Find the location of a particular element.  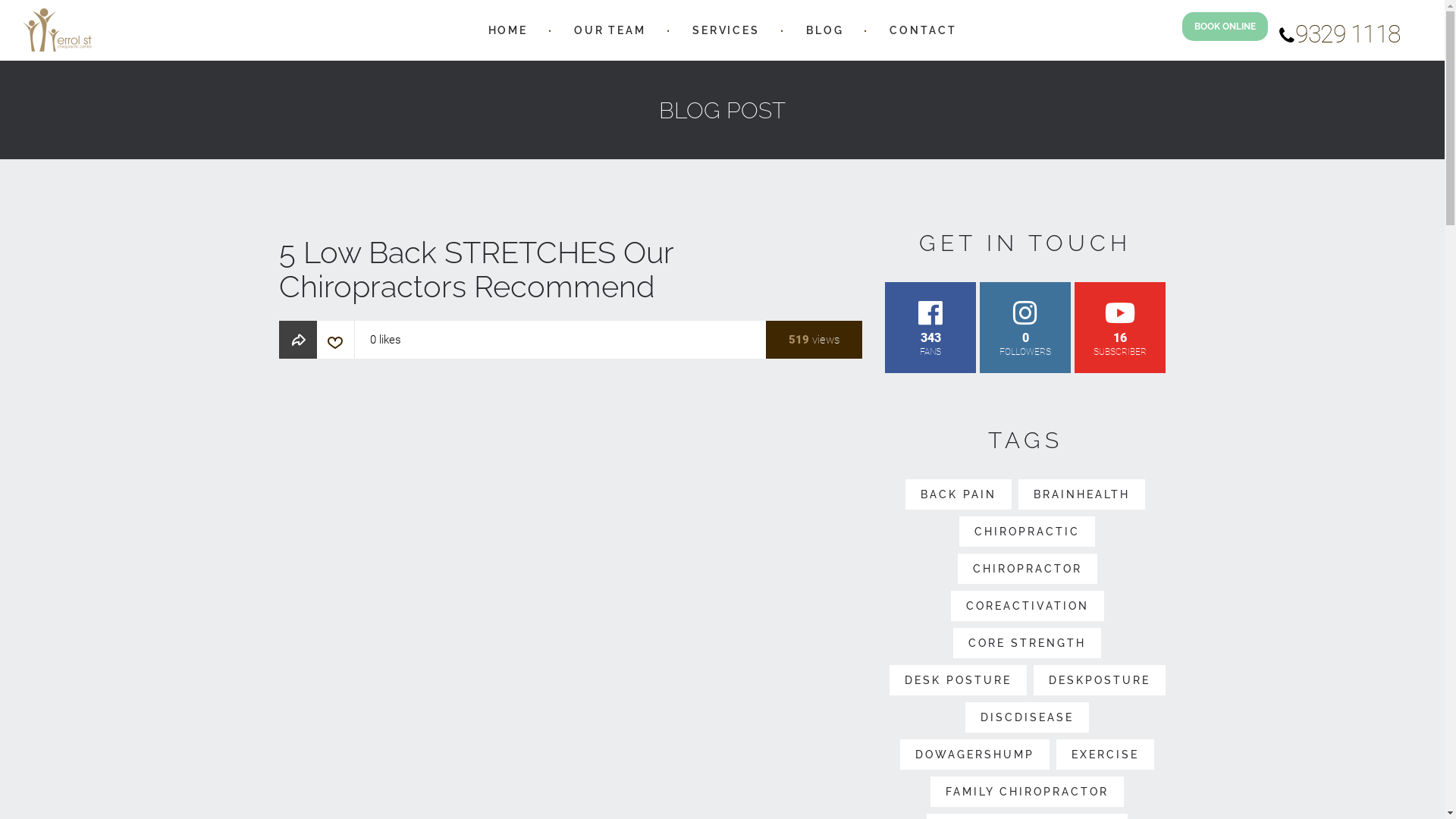

'CHIROPRACTIC' is located at coordinates (1027, 531).